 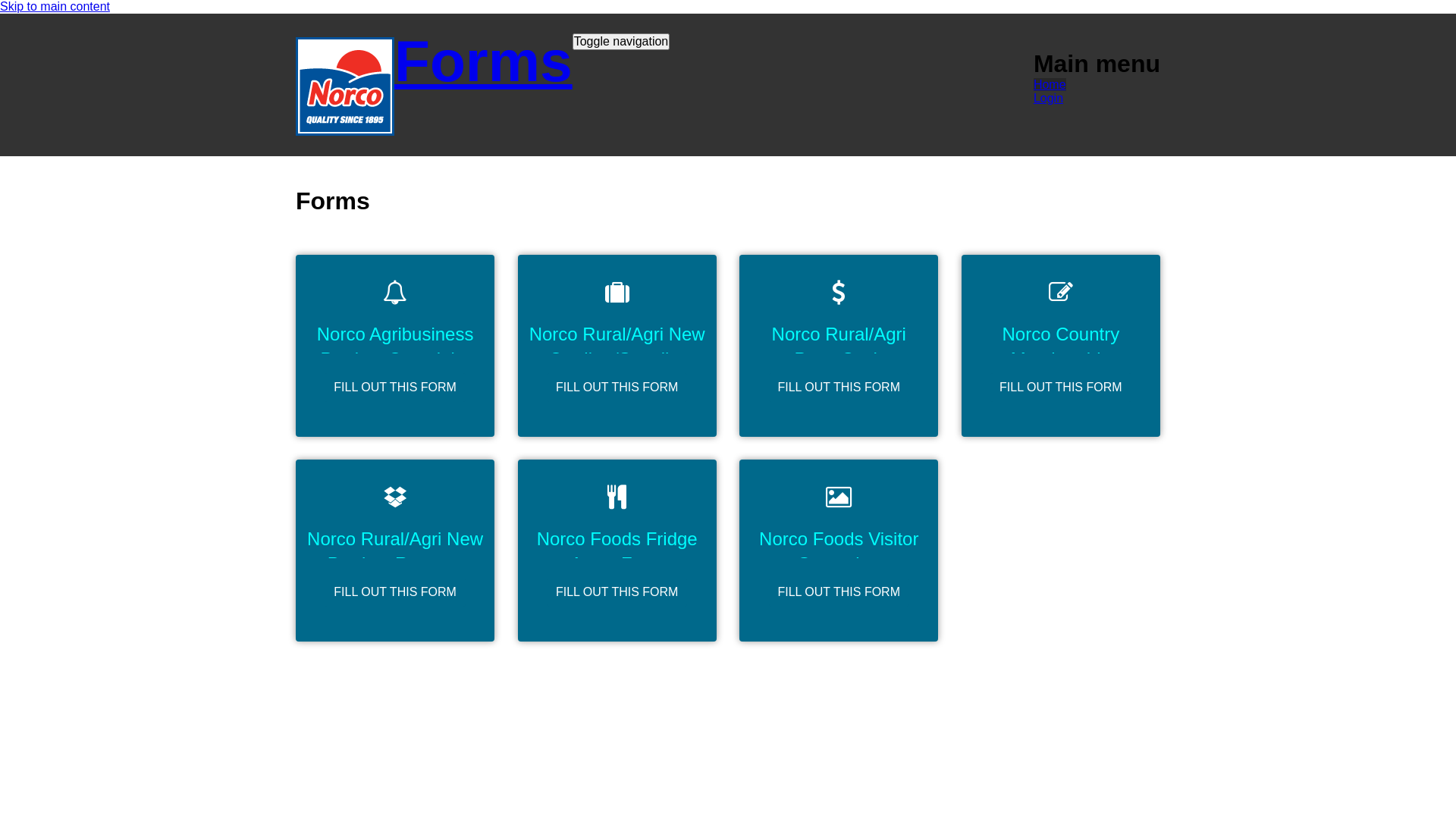 What do you see at coordinates (617, 386) in the screenshot?
I see `'FILL OUT THIS FORM'` at bounding box center [617, 386].